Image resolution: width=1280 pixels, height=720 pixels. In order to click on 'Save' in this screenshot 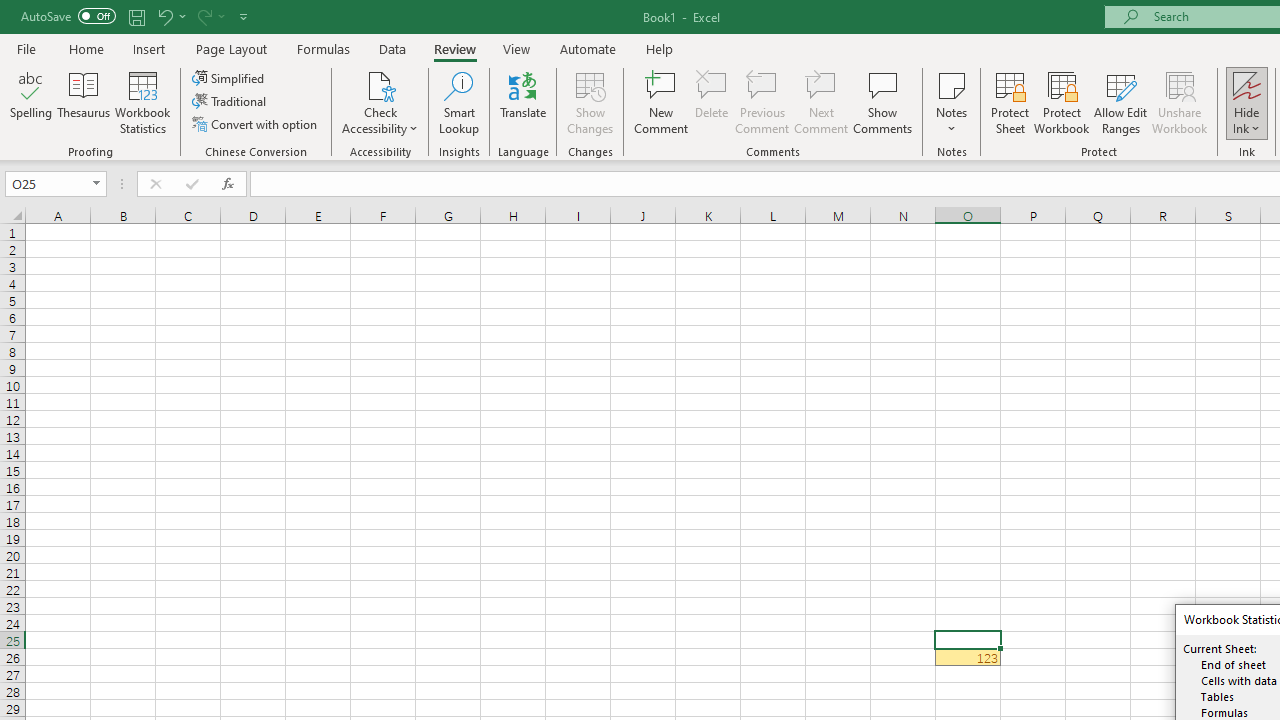, I will do `click(135, 16)`.